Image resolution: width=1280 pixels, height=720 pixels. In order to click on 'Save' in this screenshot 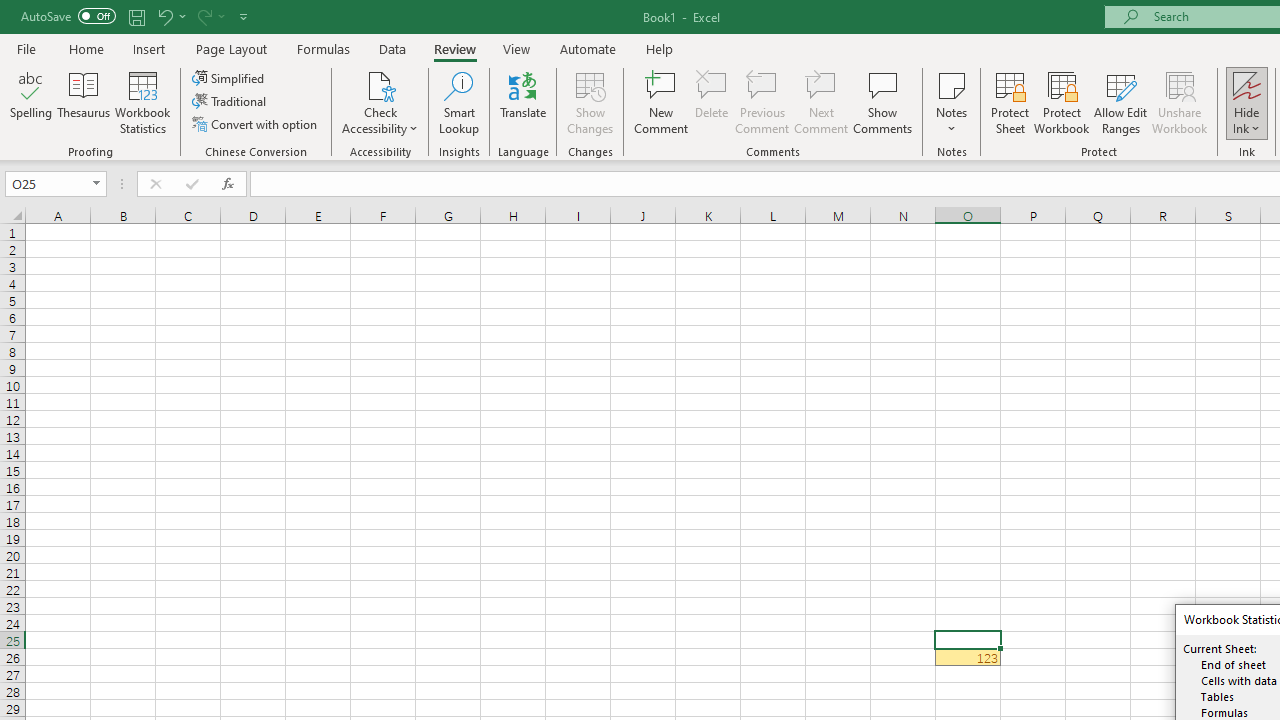, I will do `click(135, 16)`.